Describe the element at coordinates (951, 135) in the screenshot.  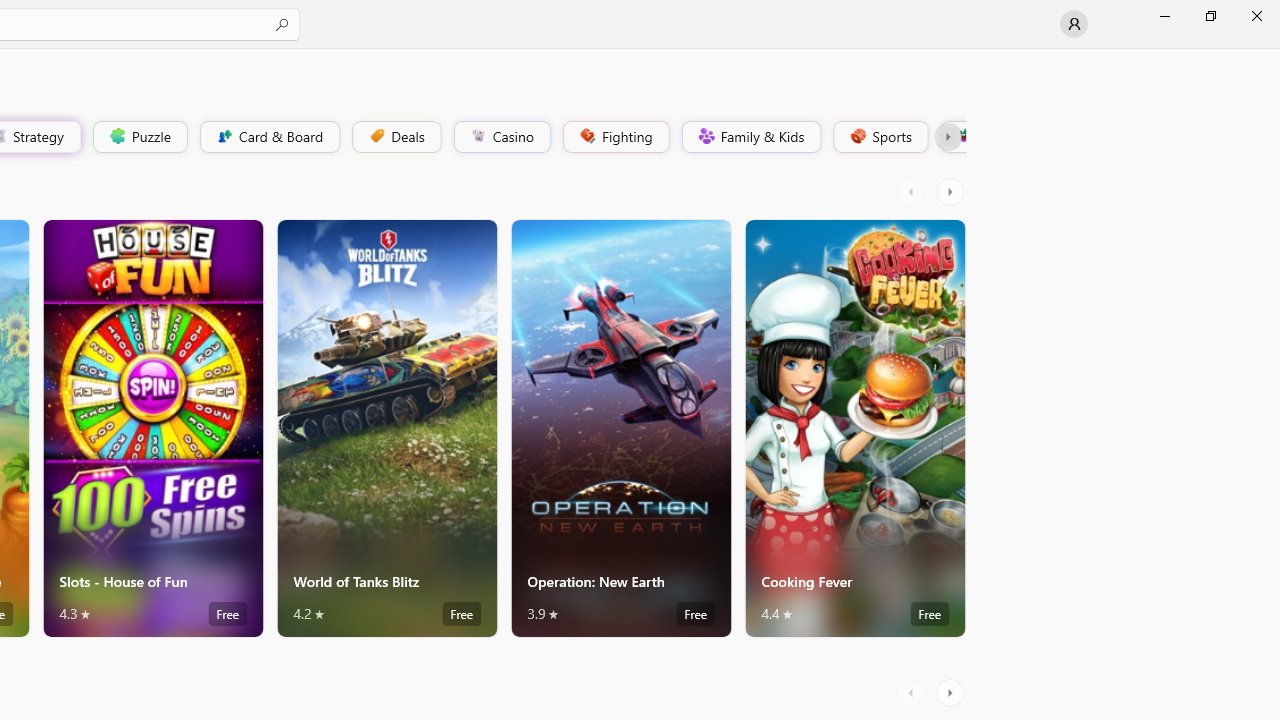
I see `'Platformer'` at that location.